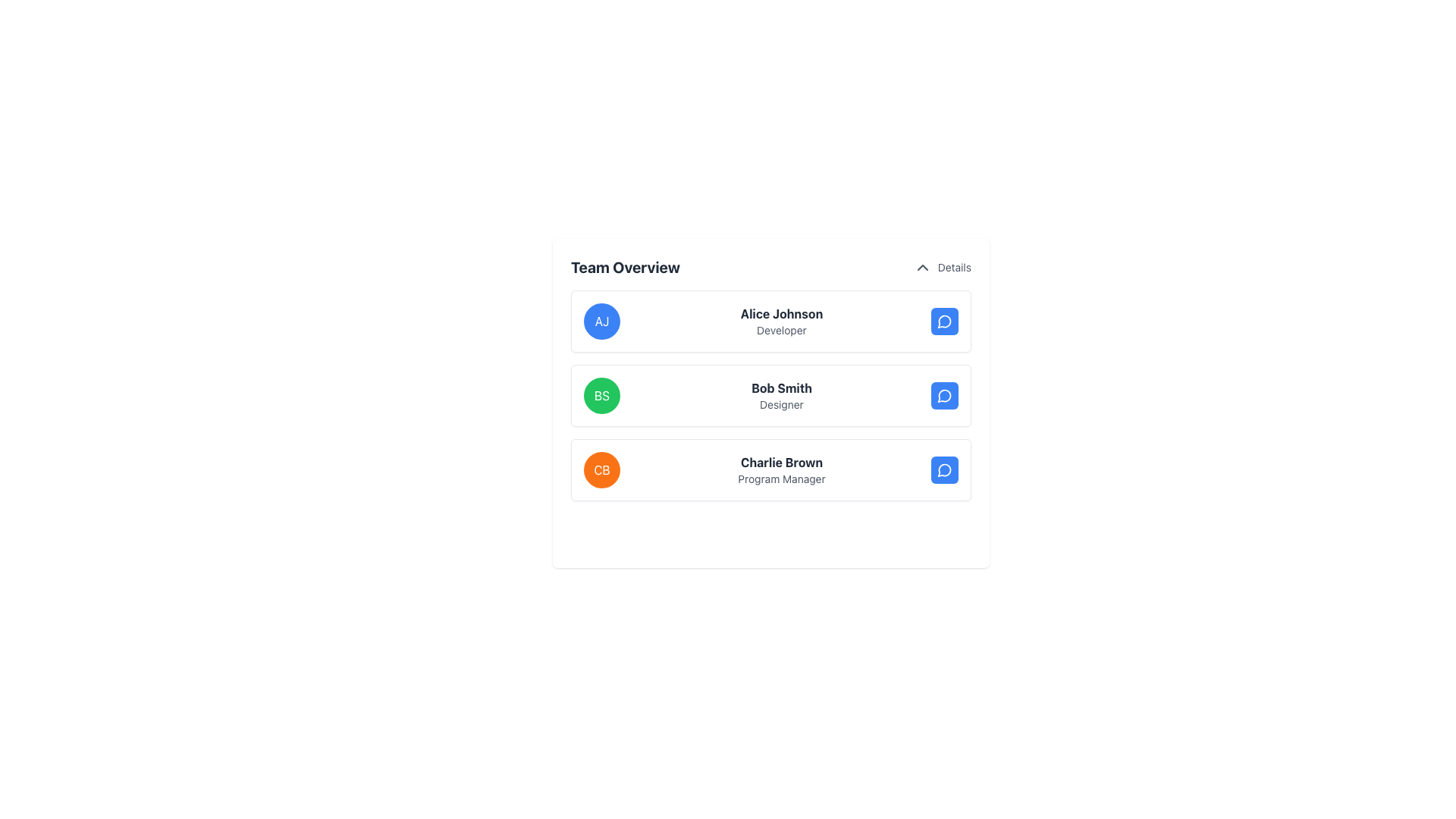 The height and width of the screenshot is (819, 1456). What do you see at coordinates (941, 267) in the screenshot?
I see `the 'Details' clickable text label with an upward-pointing chevron icon in the 'Team Overview' section to change its color` at bounding box center [941, 267].